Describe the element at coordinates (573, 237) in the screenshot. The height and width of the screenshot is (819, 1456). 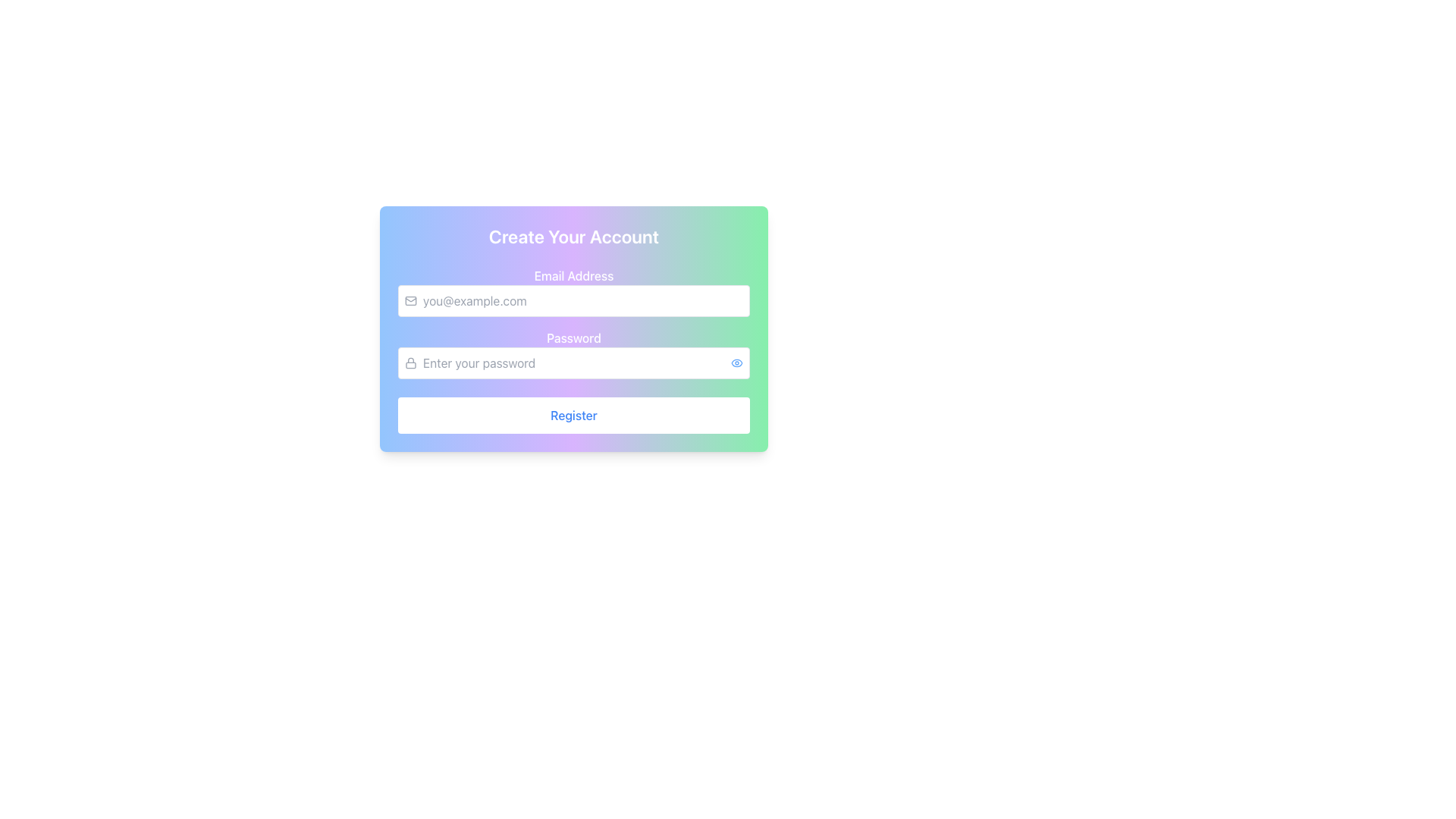
I see `text from the heading text label at the top of the registration form, which invites users to create an account` at that location.